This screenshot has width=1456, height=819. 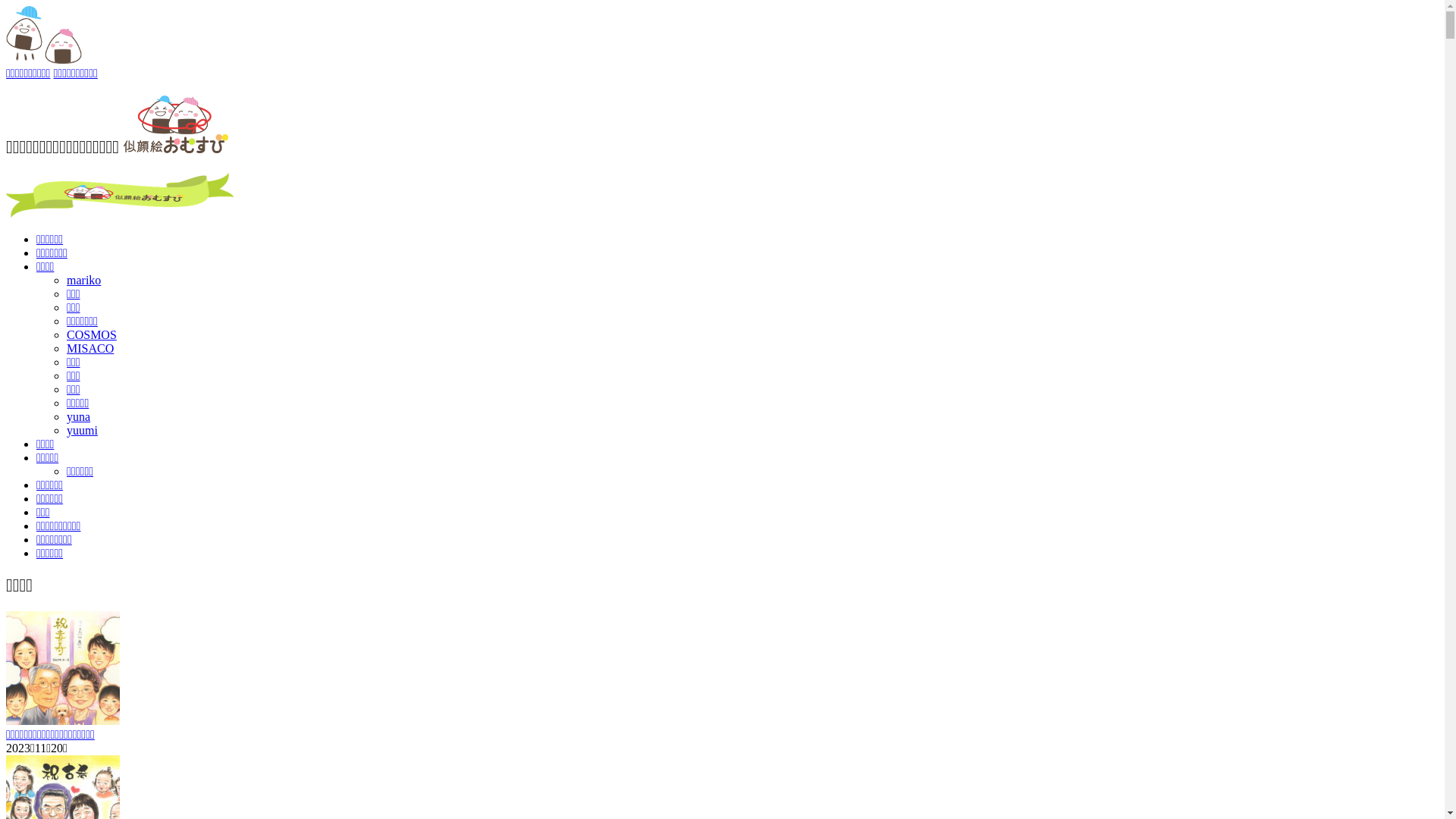 What do you see at coordinates (89, 348) in the screenshot?
I see `'MISACO'` at bounding box center [89, 348].